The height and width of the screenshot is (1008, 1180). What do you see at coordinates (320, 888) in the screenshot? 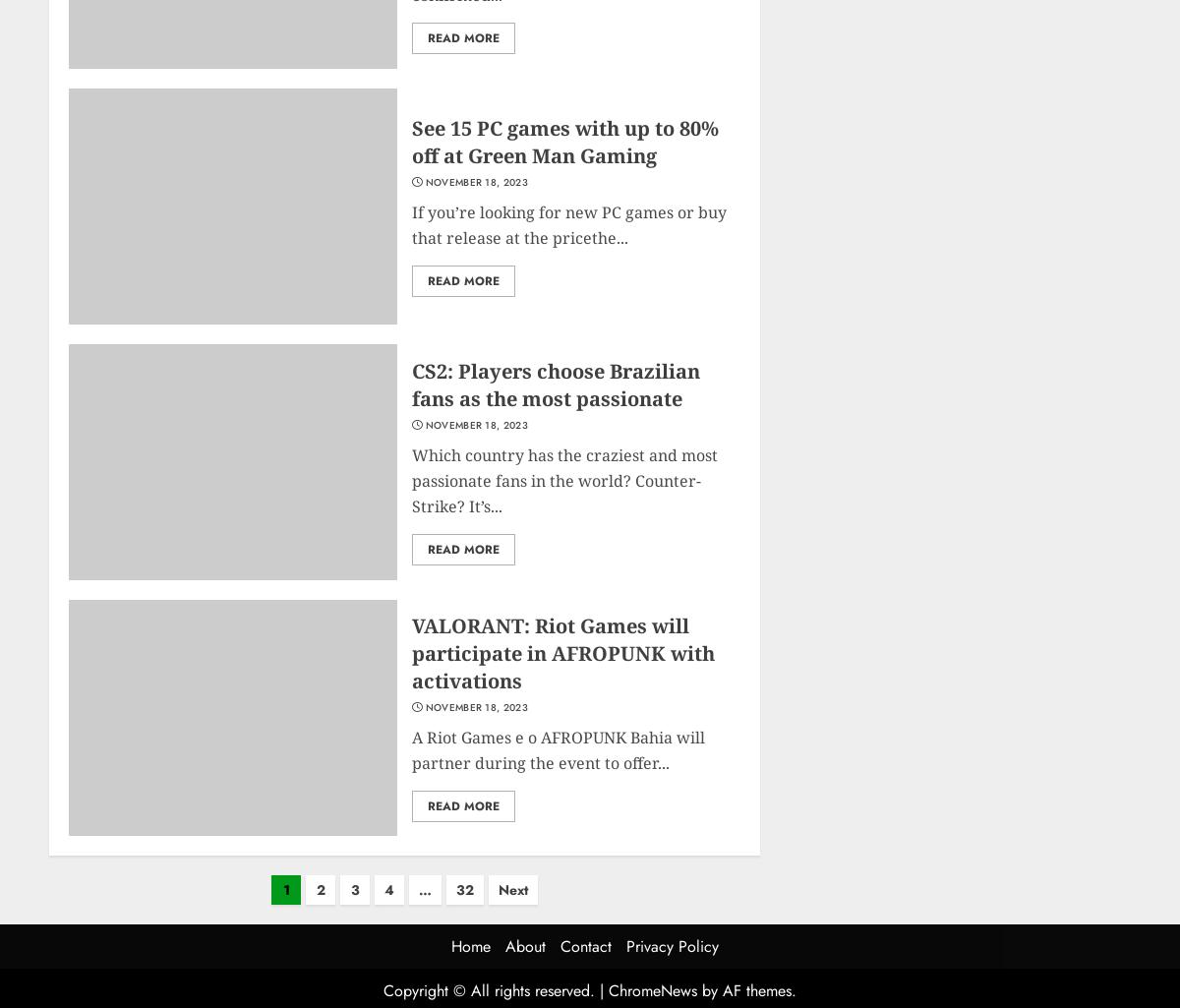
I see `'2'` at bounding box center [320, 888].